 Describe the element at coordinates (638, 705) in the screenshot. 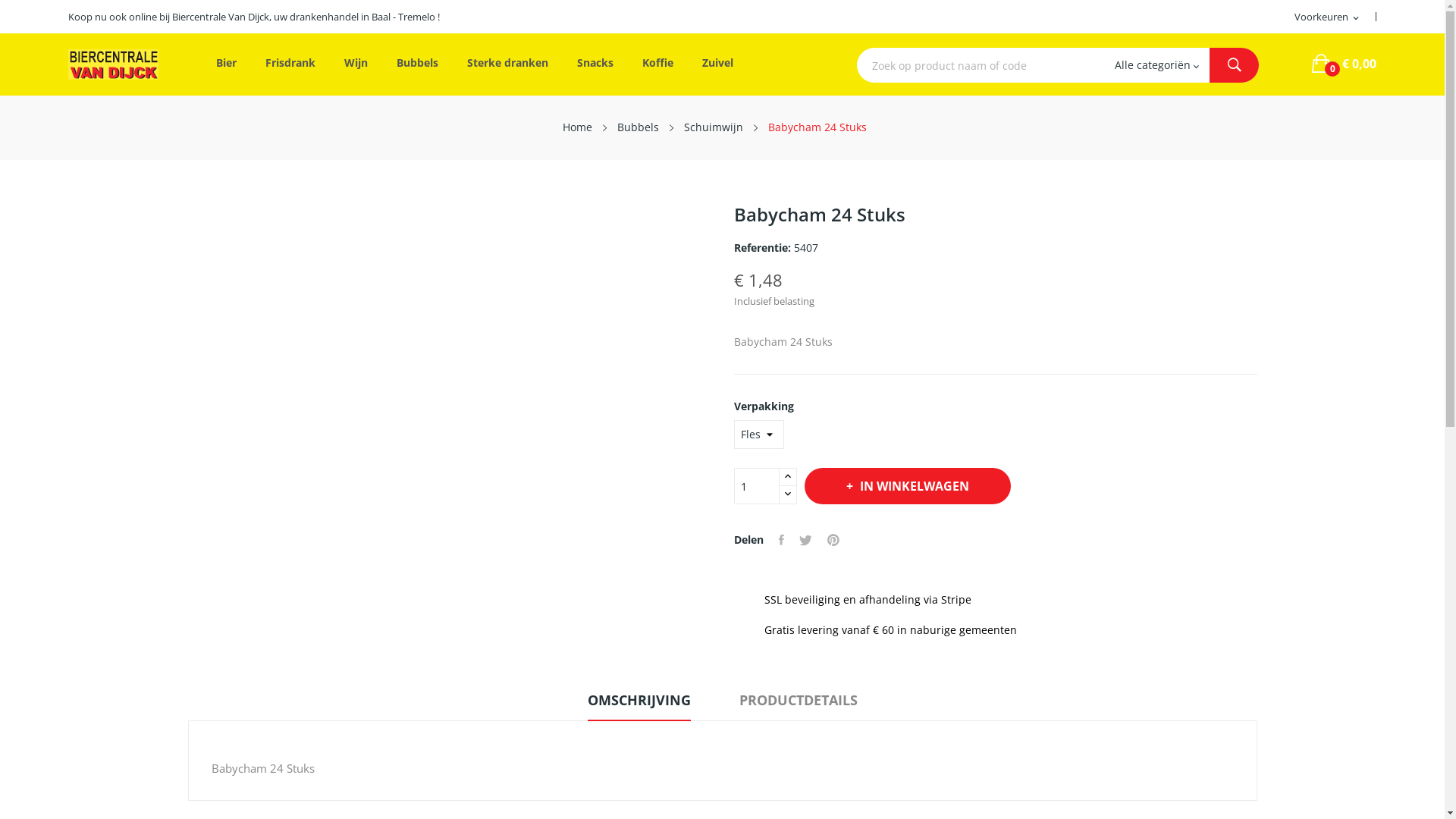

I see `'OMSCHRIJVING'` at that location.